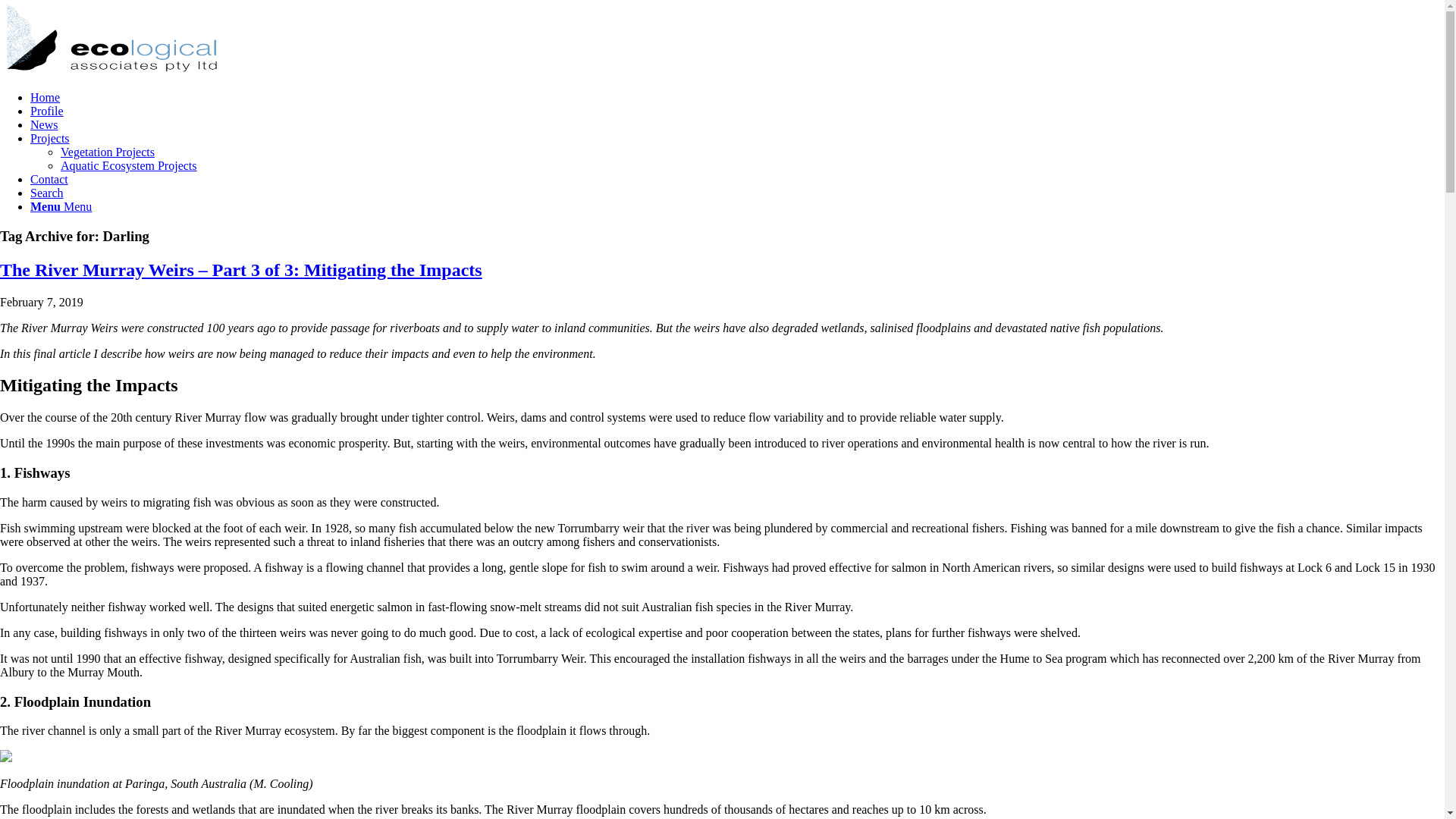 The width and height of the screenshot is (1456, 819). Describe the element at coordinates (43, 124) in the screenshot. I see `'News'` at that location.